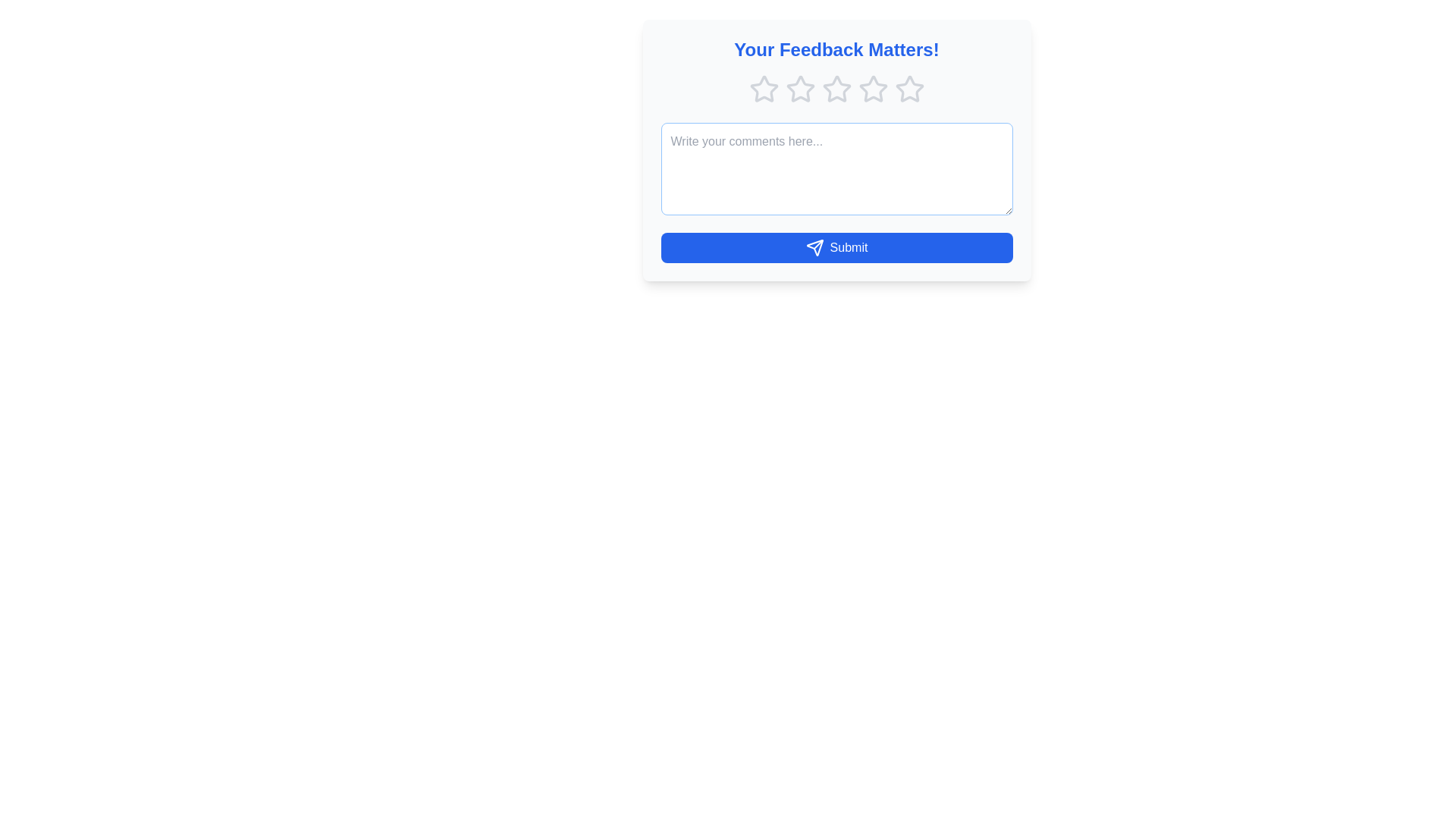 This screenshot has width=1456, height=819. Describe the element at coordinates (764, 89) in the screenshot. I see `the first star-shaped rating icon, which is outlined in soft gray and part of a feedback system` at that location.